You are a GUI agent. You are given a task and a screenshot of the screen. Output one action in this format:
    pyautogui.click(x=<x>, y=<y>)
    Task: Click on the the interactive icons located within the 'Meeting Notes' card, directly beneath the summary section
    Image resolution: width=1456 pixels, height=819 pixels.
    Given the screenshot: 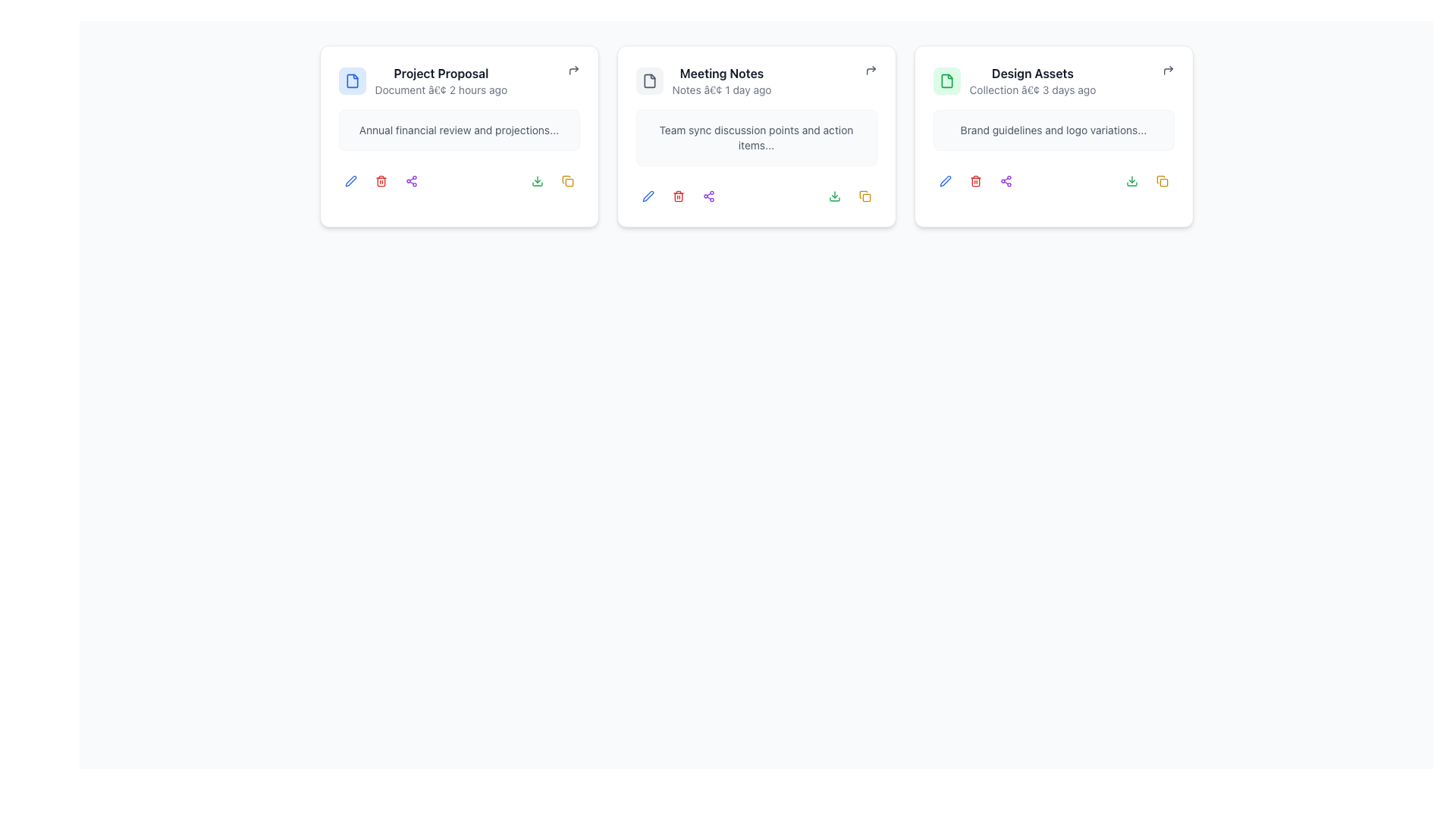 What is the action you would take?
    pyautogui.click(x=756, y=192)
    